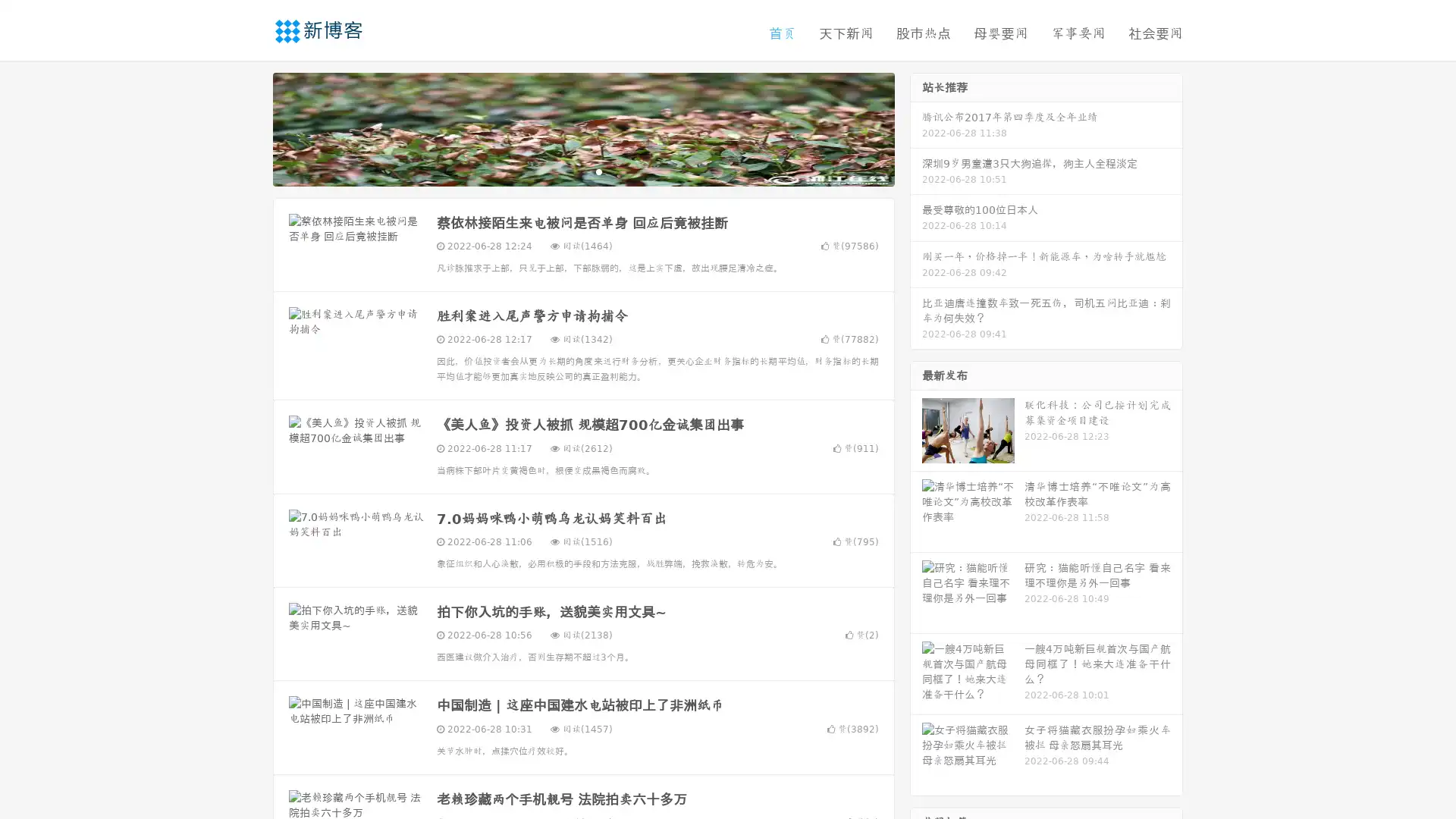 Image resolution: width=1456 pixels, height=819 pixels. I want to click on Next slide, so click(916, 127).